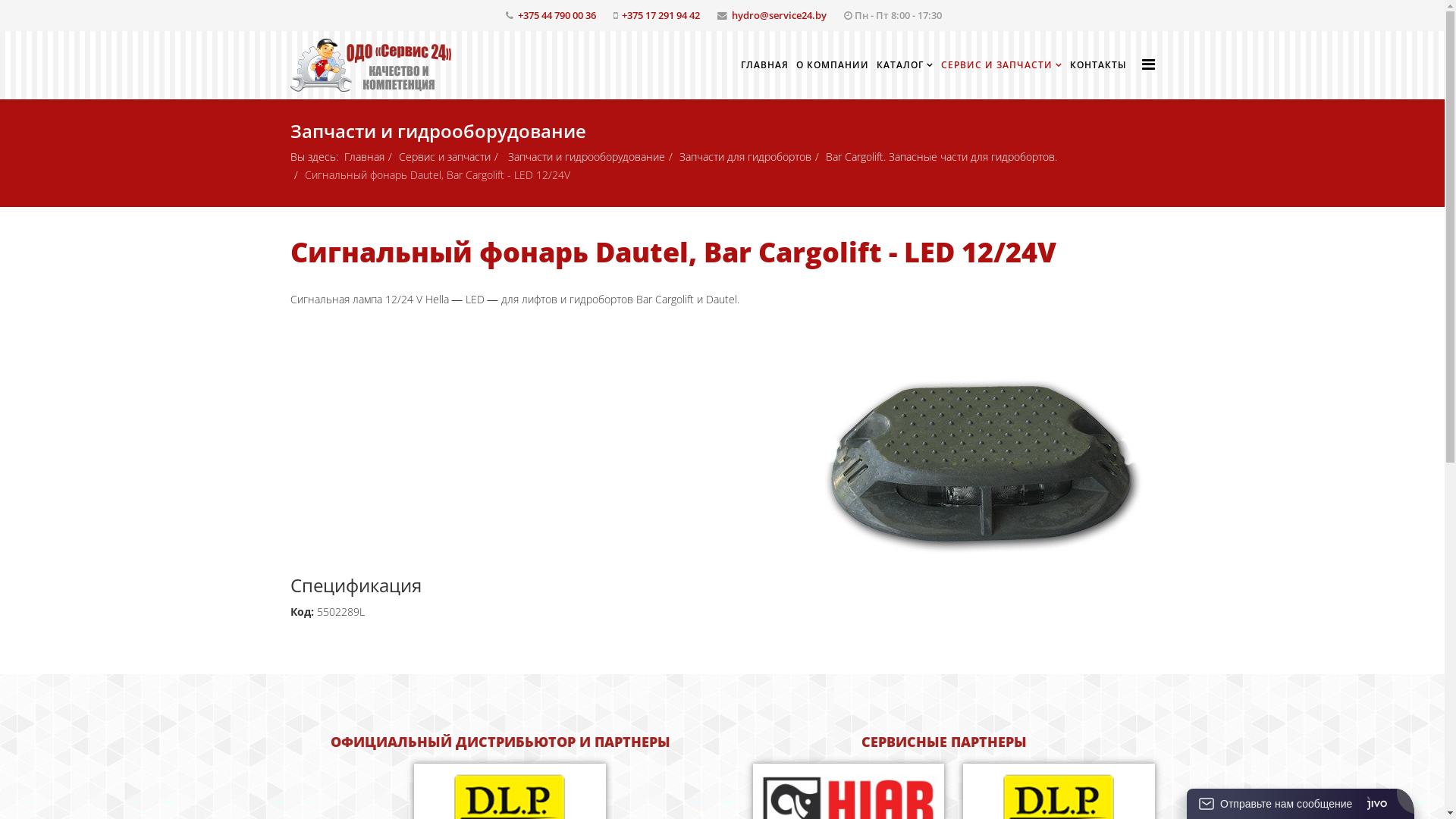 Image resolution: width=1456 pixels, height=819 pixels. Describe the element at coordinates (778, 15) in the screenshot. I see `'hydro@service24.by'` at that location.